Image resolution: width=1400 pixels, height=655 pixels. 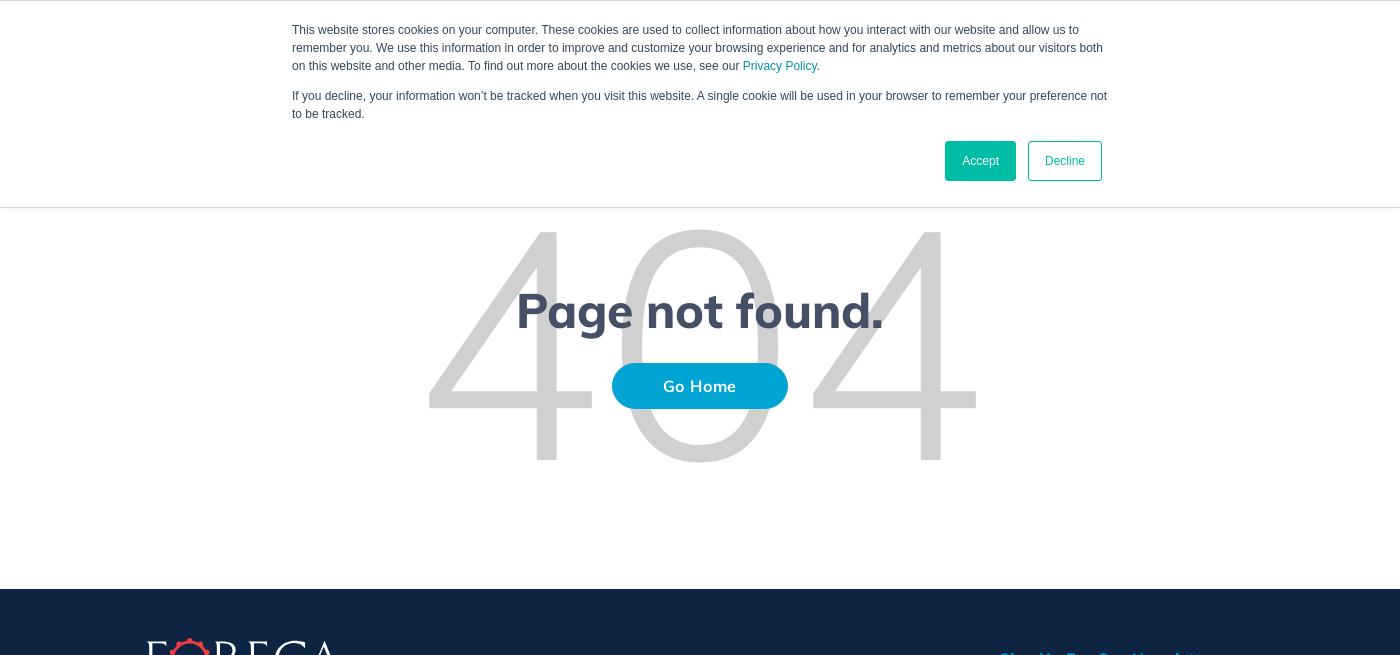 I want to click on 'Contact', so click(x=1252, y=56).